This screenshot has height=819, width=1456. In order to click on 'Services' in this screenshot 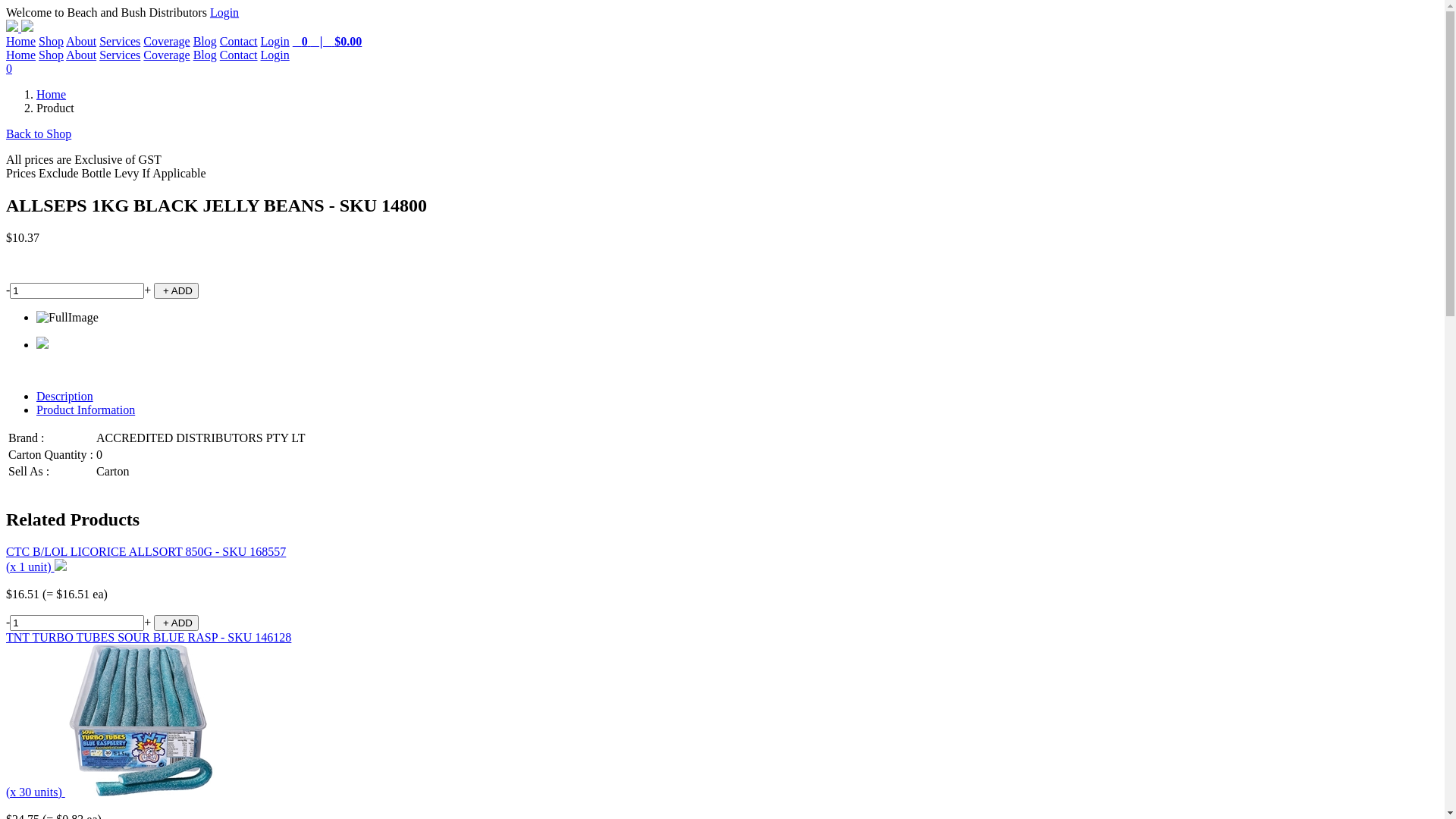, I will do `click(98, 54)`.